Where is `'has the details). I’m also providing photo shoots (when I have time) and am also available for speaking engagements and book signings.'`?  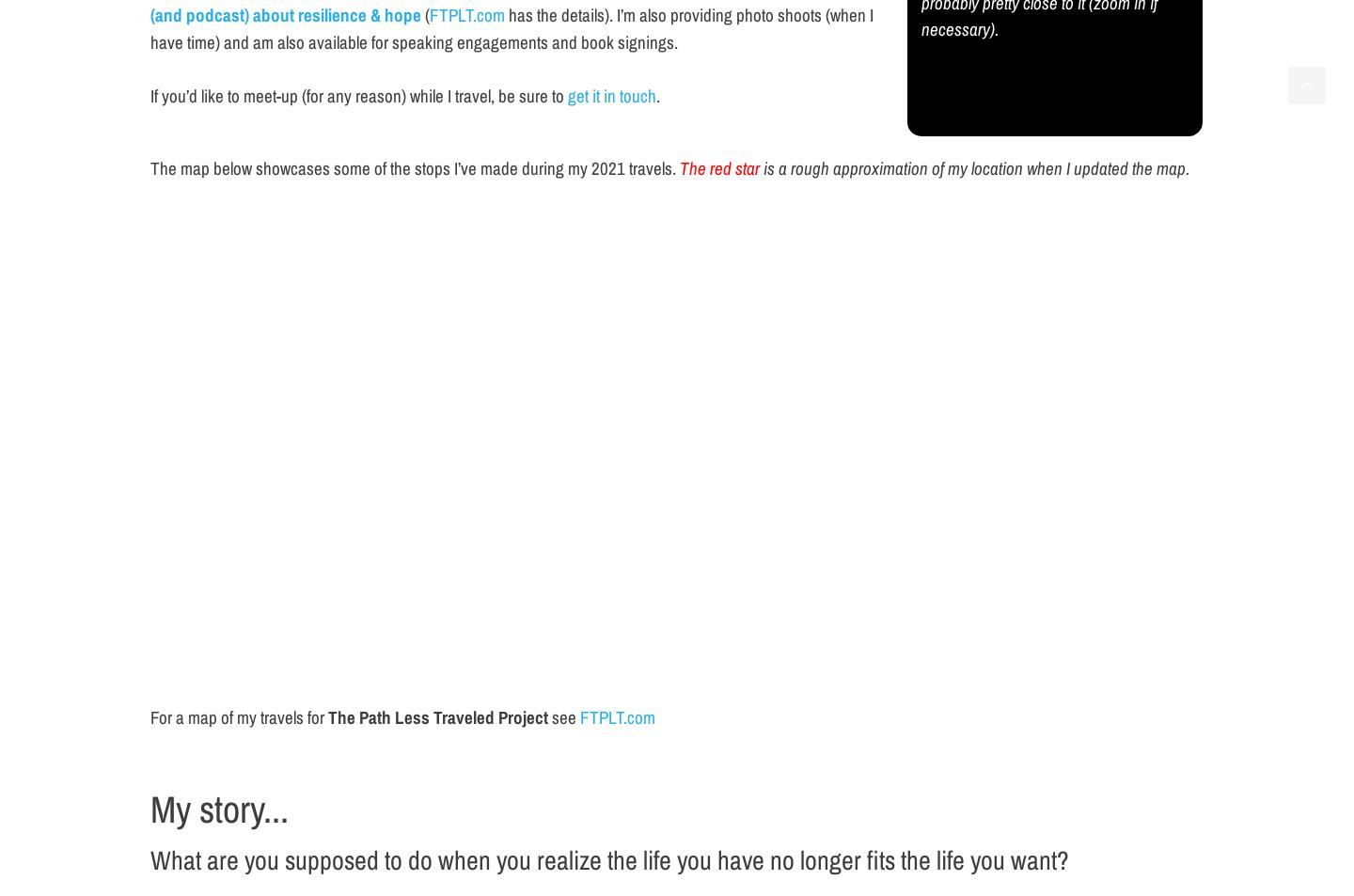 'has the details). I’m also providing photo shoots (when I have time) and am also available for speaking engagements and book signings.' is located at coordinates (512, 27).